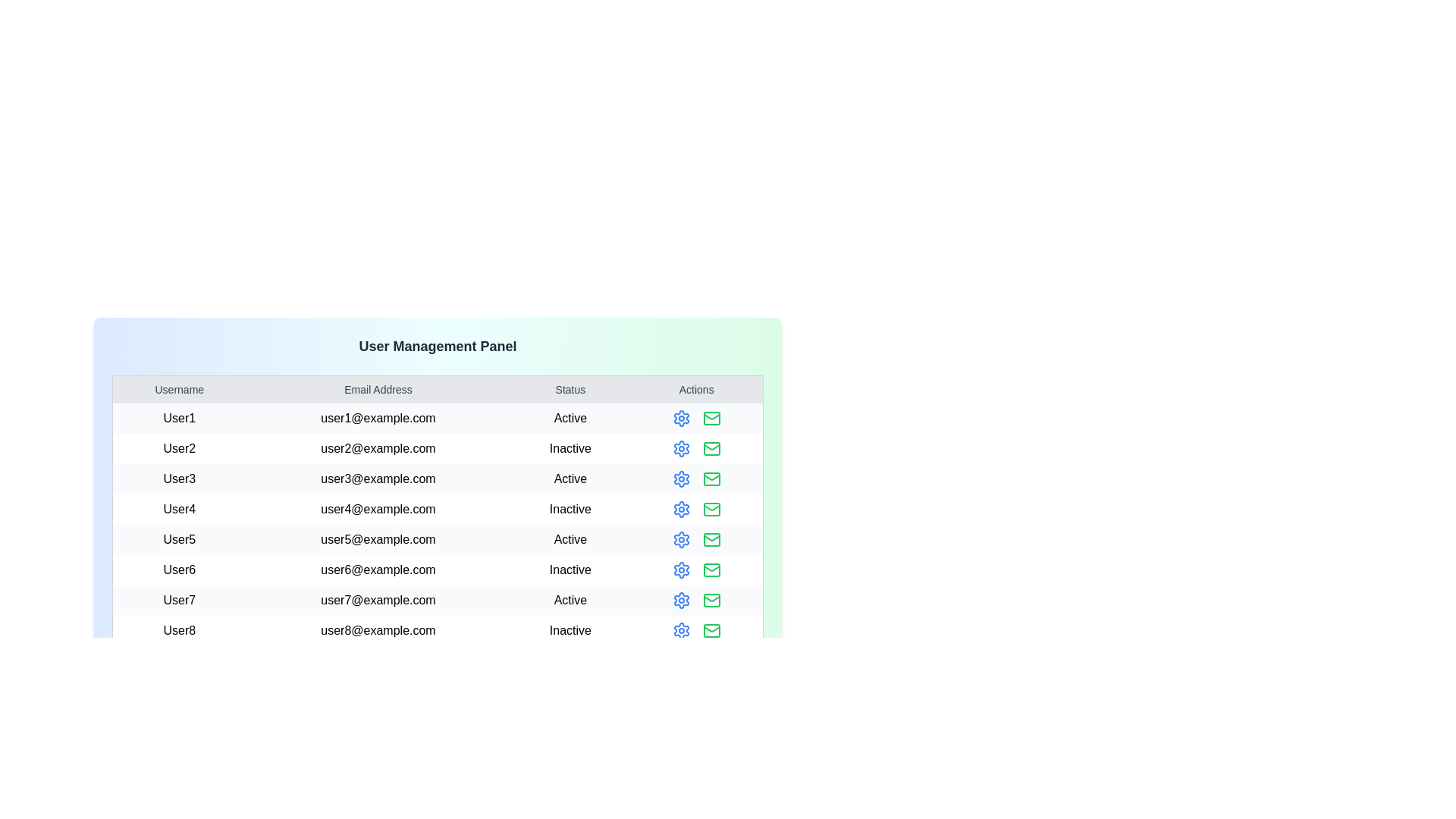  Describe the element at coordinates (711, 570) in the screenshot. I see `the mail icon for the user identified by User6` at that location.